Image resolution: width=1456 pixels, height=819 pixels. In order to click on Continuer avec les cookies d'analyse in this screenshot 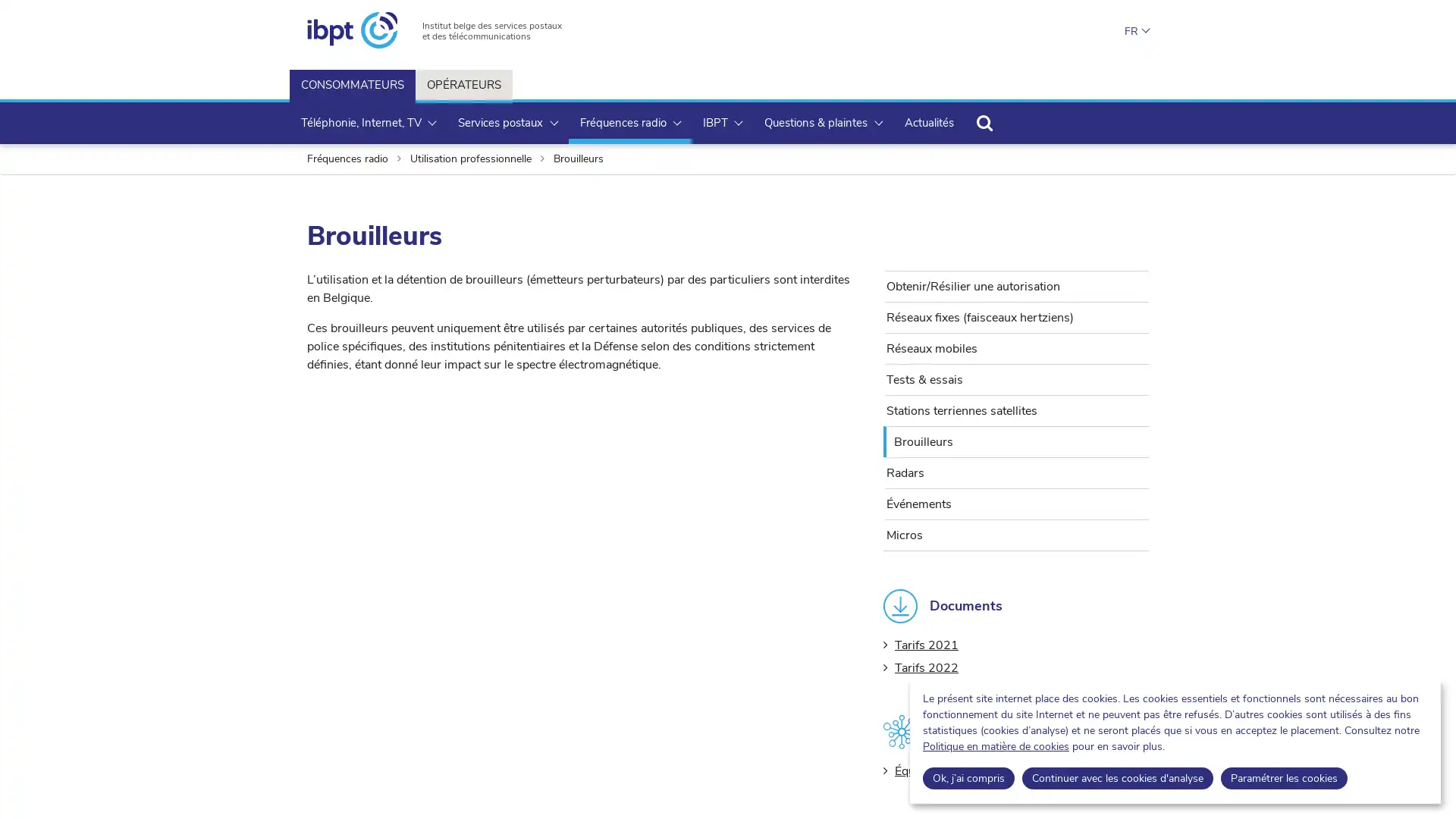, I will do `click(1117, 778)`.